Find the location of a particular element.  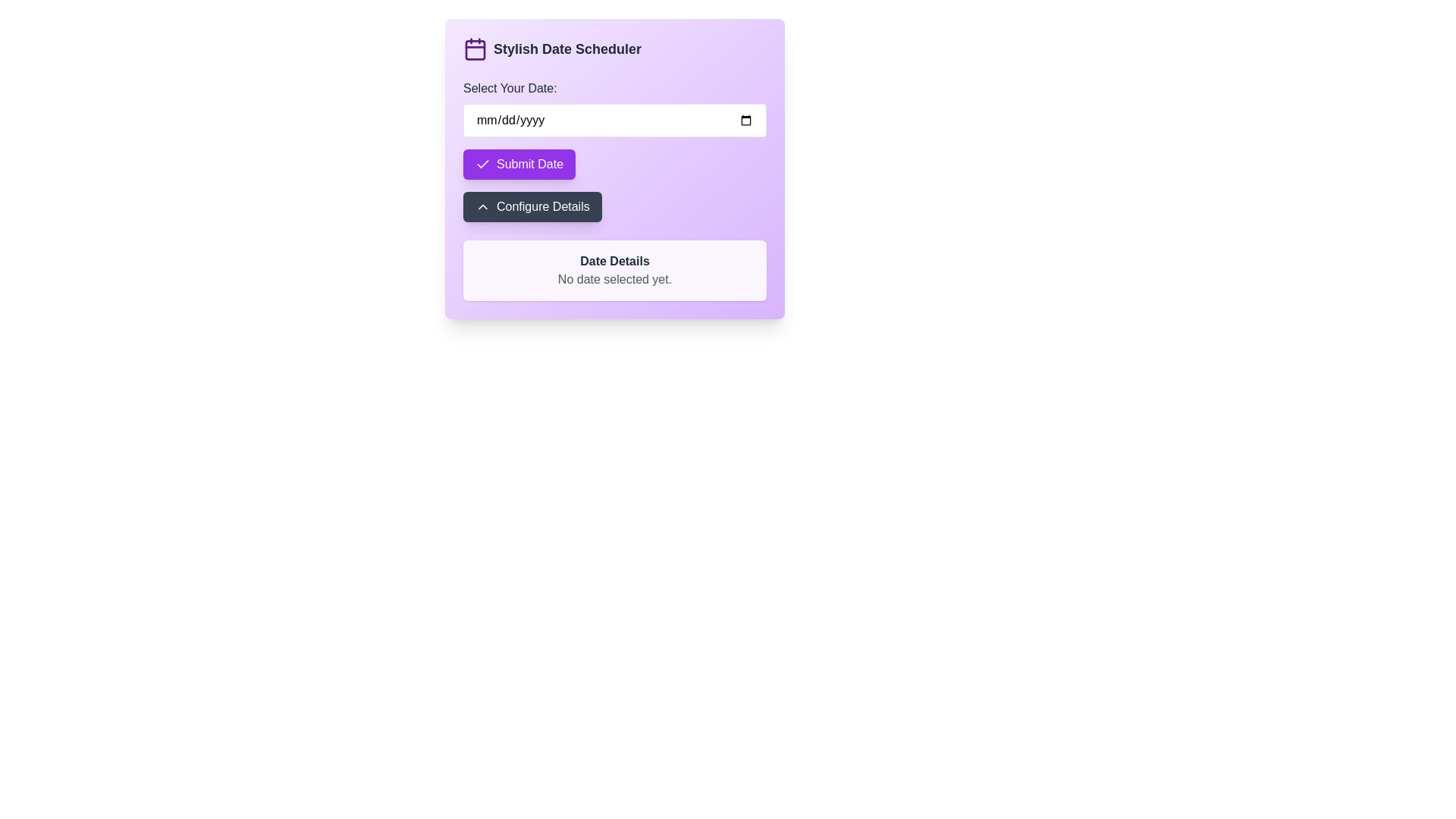

the visual indication of the checkmark icon styled with a purple background, located within the Submit Date button, to the left of the button's text 'Submit Date' is located at coordinates (482, 164).